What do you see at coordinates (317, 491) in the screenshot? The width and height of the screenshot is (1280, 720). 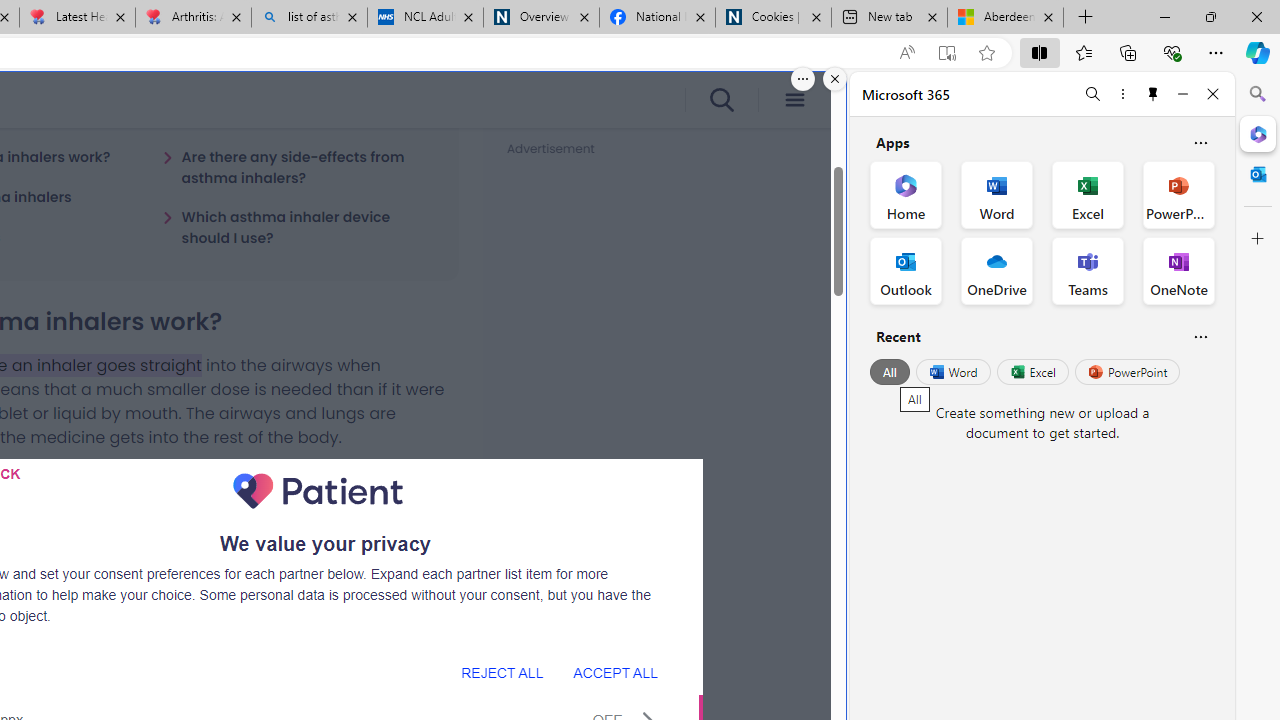 I see `'Publisher Logo'` at bounding box center [317, 491].